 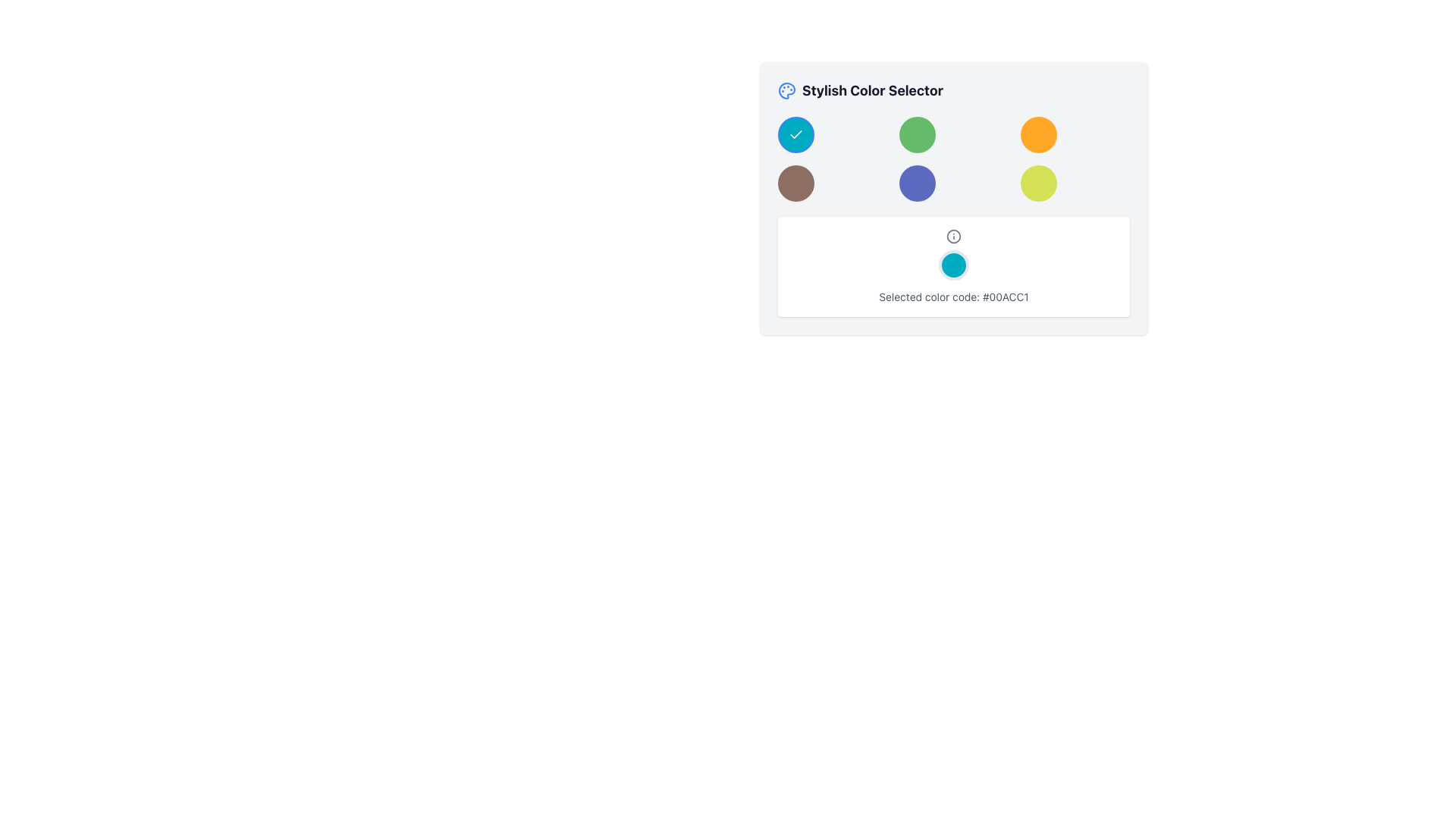 I want to click on the small gray circular information icon located directly above the circular color display element, so click(x=952, y=237).